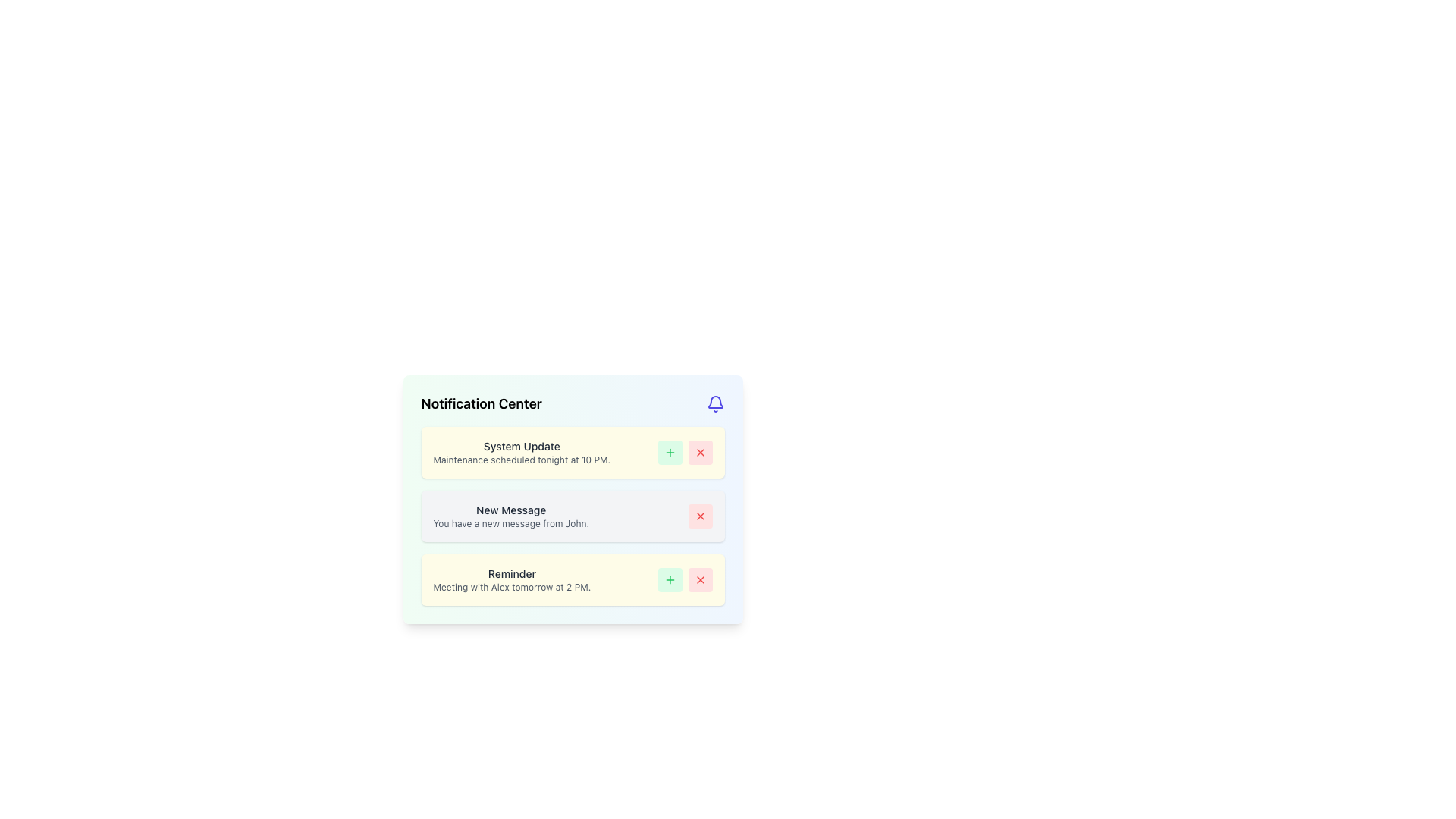  What do you see at coordinates (512, 579) in the screenshot?
I see `notification message about the scheduled meeting with Alex at 2 PM, which is the third notification in the Notification Center with a yellow background` at bounding box center [512, 579].